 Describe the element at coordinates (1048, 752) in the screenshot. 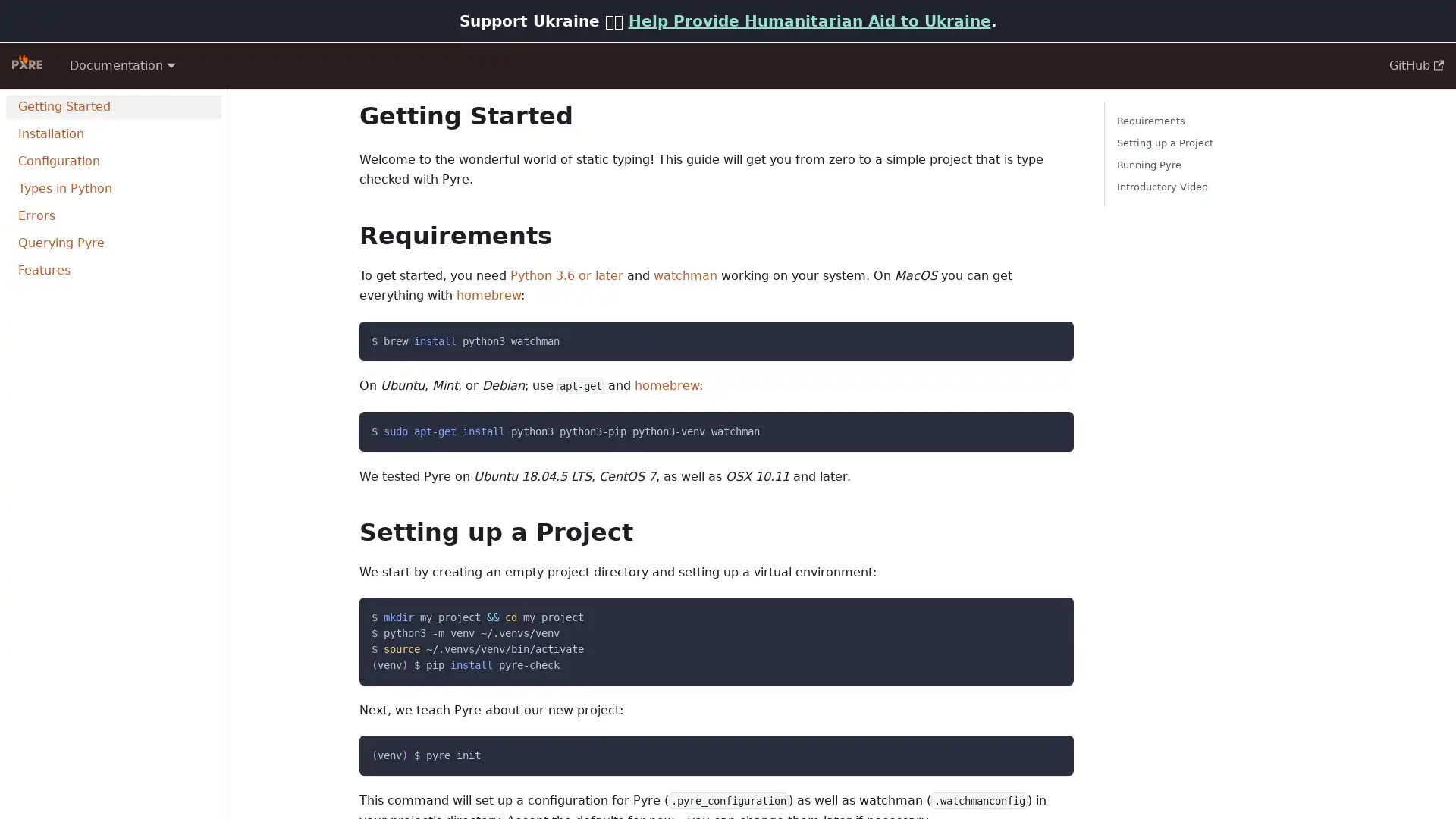

I see `Copy code to clipboard` at that location.